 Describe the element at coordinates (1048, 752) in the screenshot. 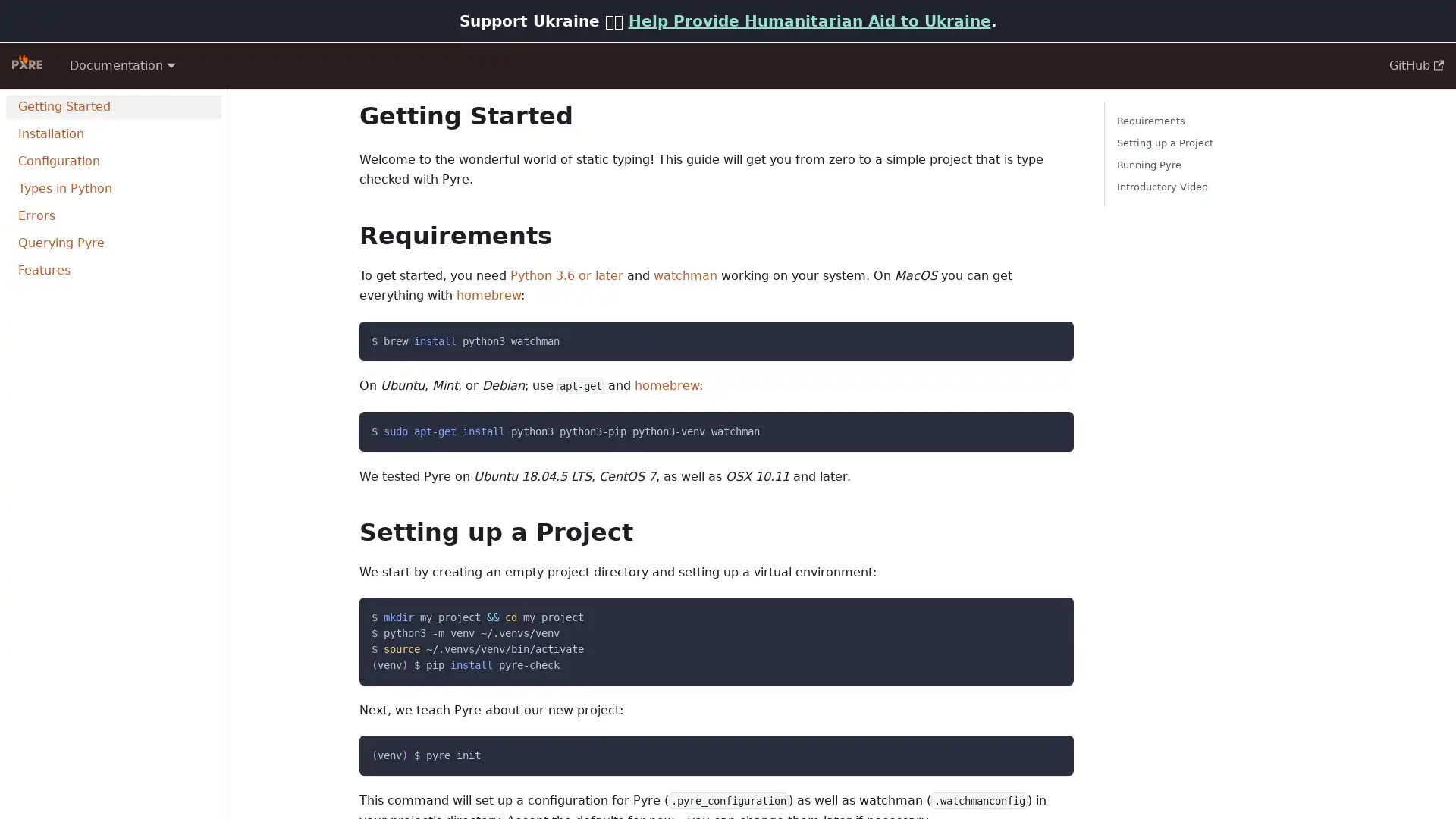

I see `Copy code to clipboard` at that location.